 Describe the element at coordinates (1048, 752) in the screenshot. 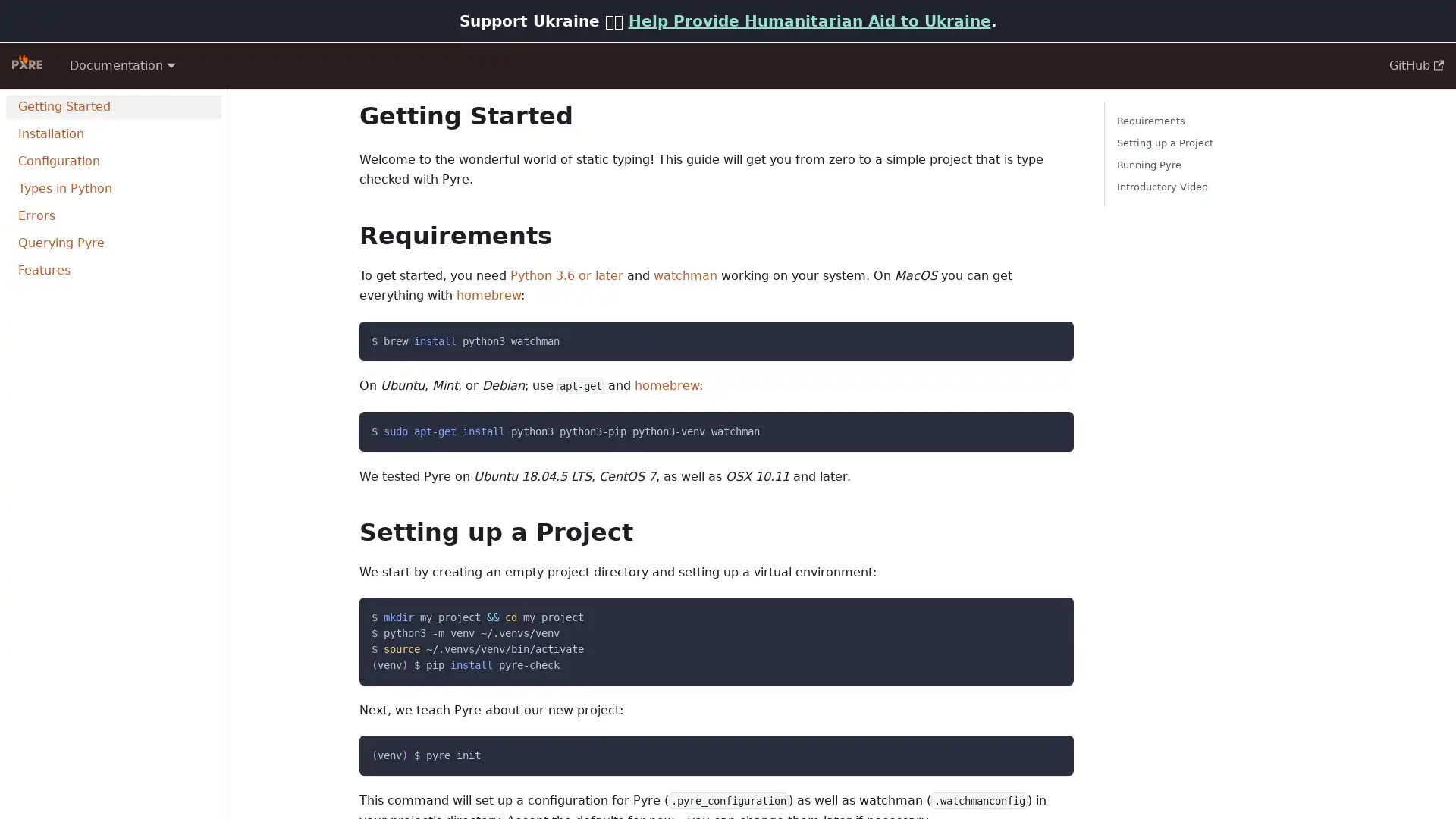

I see `Copy code to clipboard` at that location.